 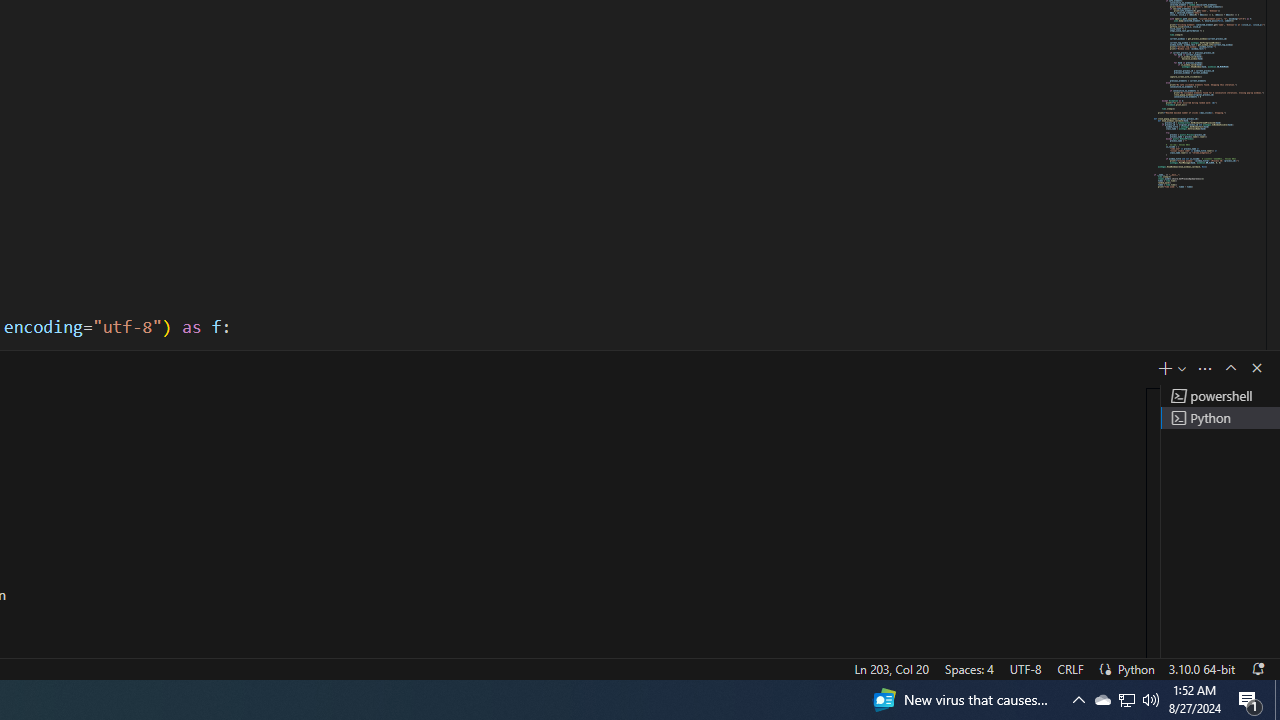 What do you see at coordinates (1219, 416) in the screenshot?
I see `'Terminal 3 Python'` at bounding box center [1219, 416].